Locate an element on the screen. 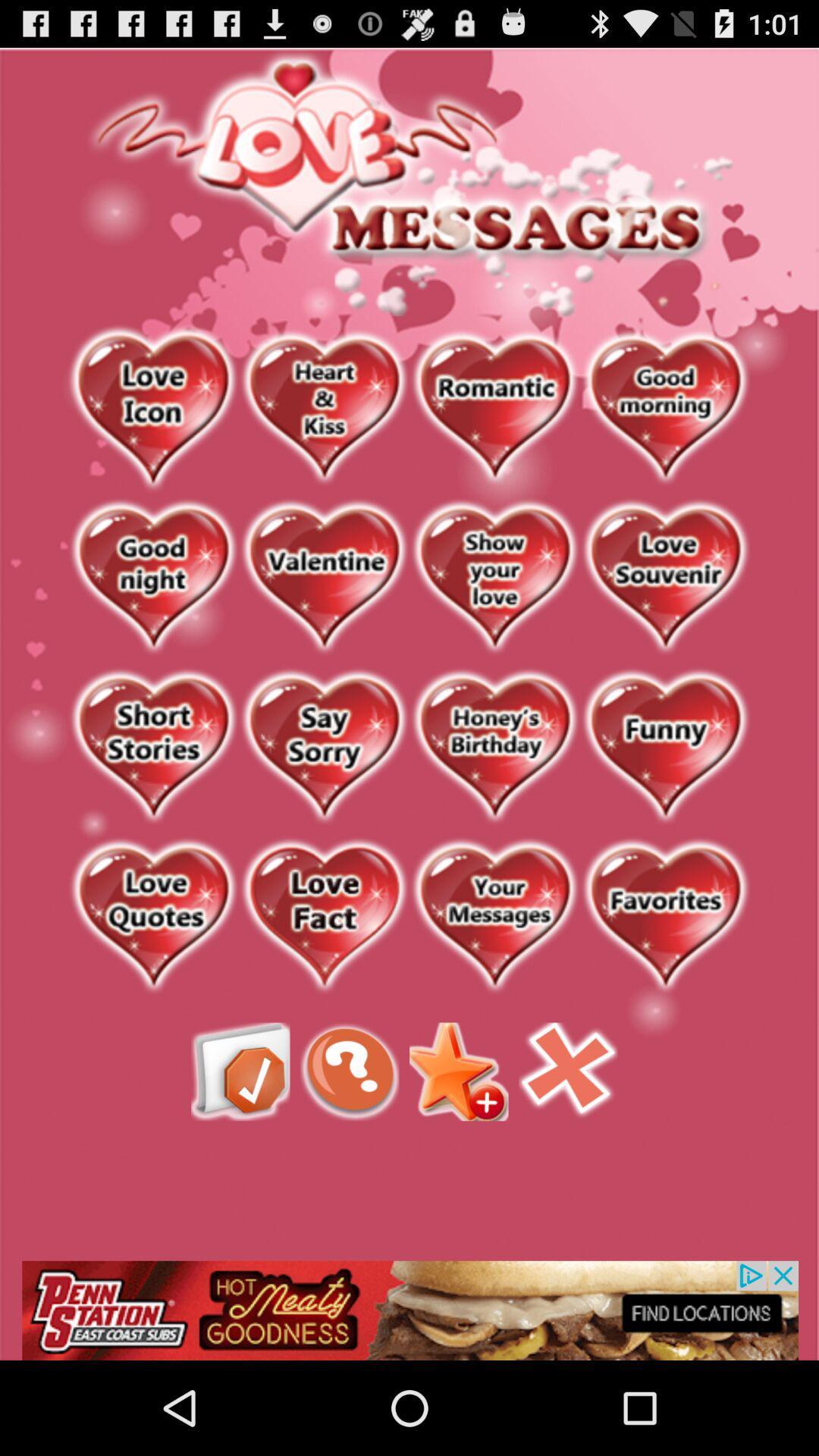 The width and height of the screenshot is (819, 1456). click for valentine love messages is located at coordinates (323, 577).